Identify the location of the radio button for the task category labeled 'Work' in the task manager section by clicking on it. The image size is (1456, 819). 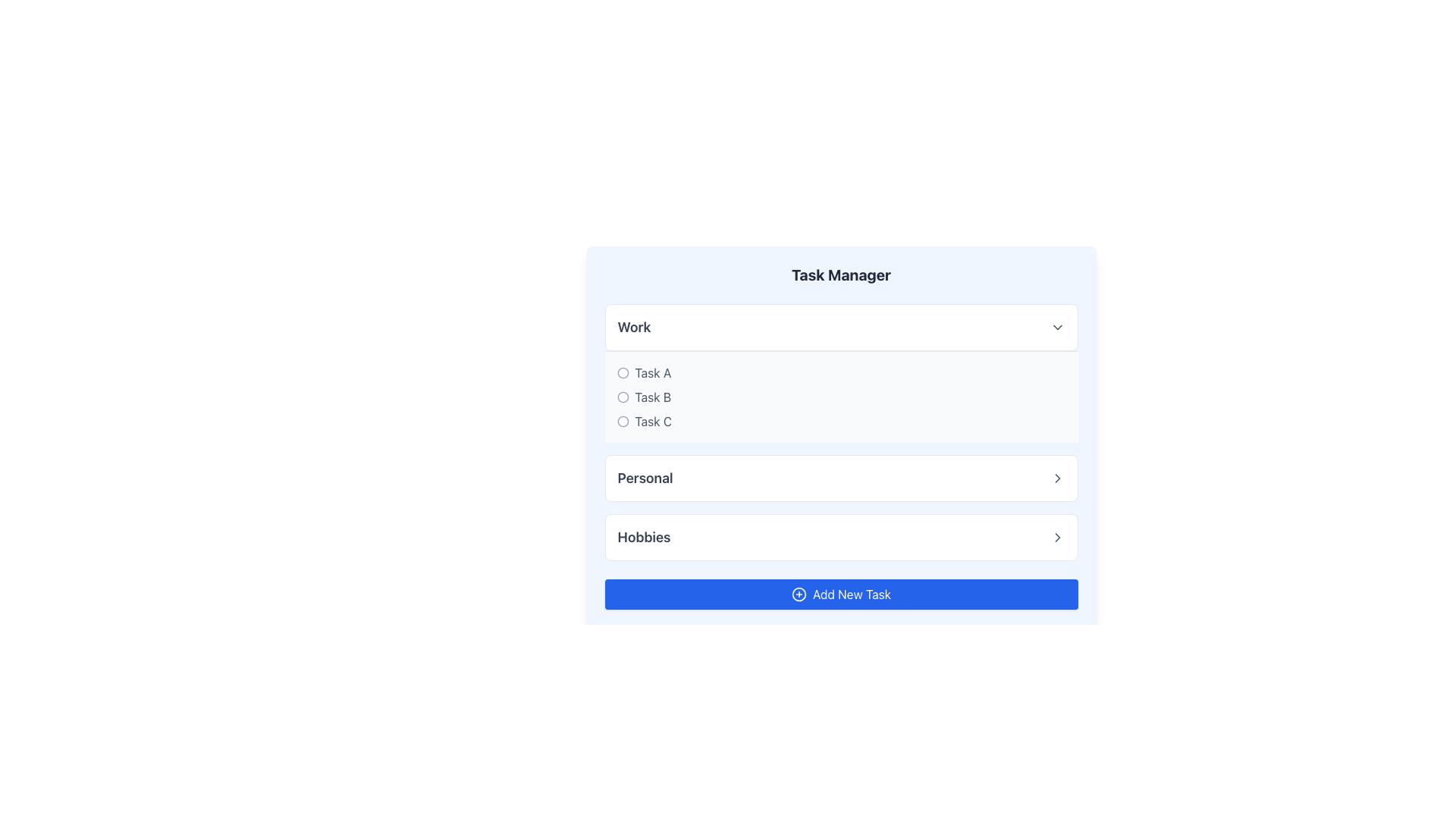
(840, 373).